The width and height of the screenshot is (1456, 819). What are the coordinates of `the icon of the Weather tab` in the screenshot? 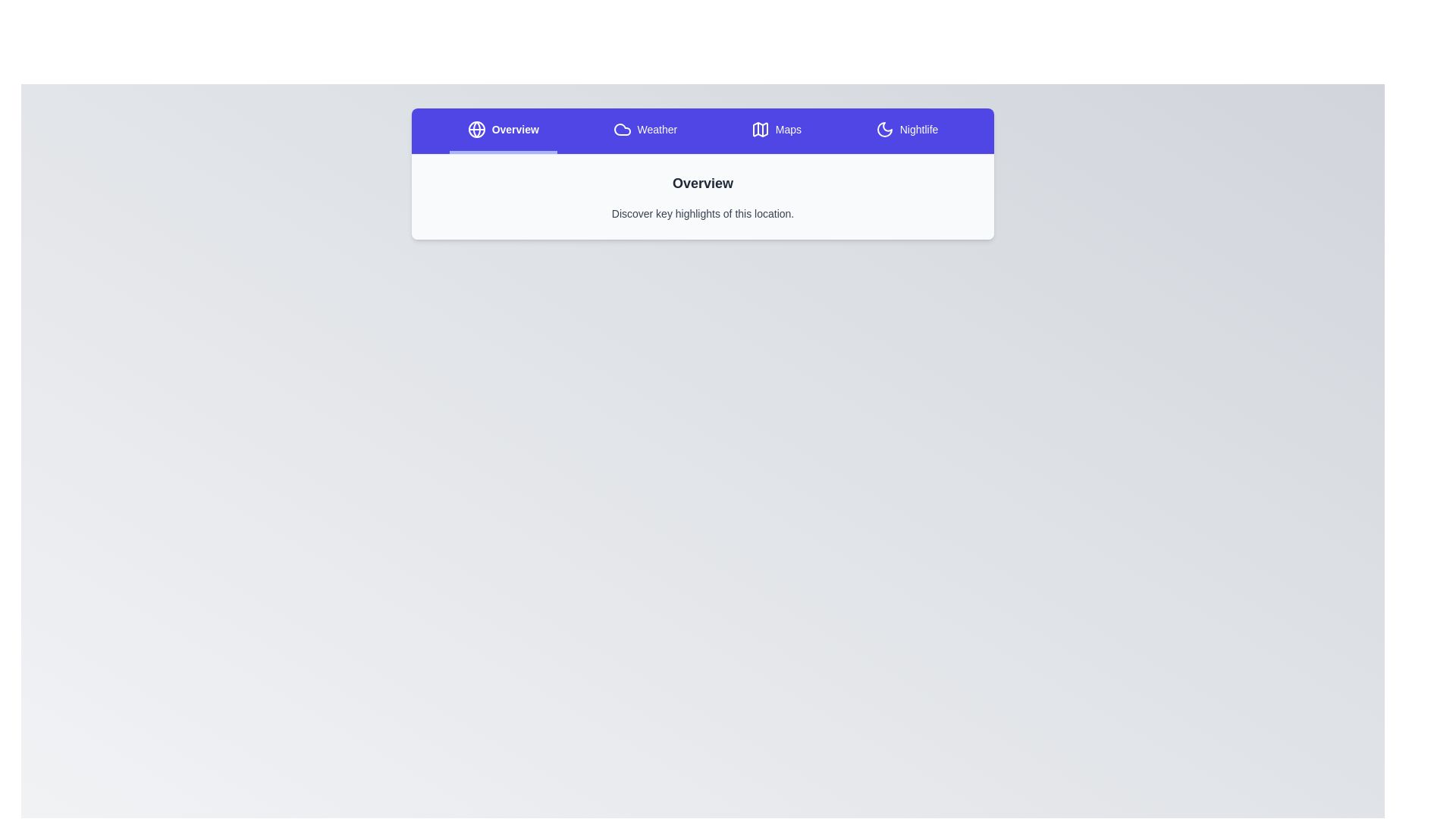 It's located at (622, 128).